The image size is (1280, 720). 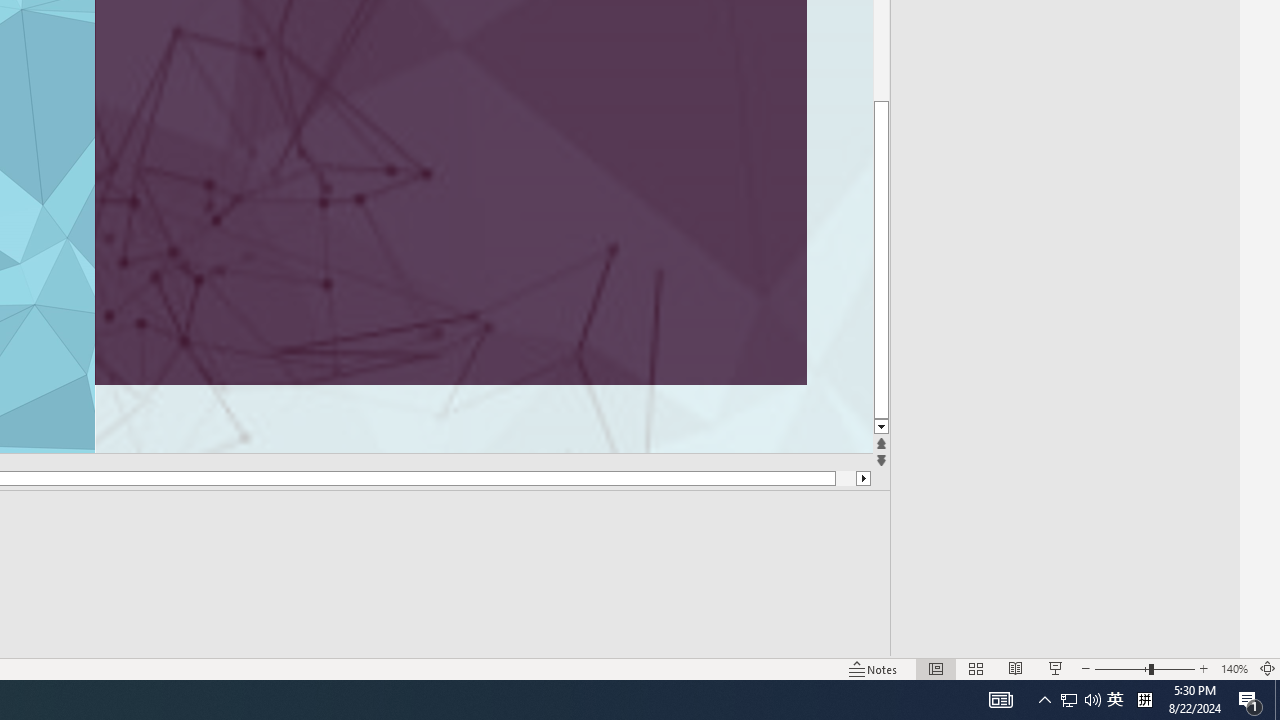 I want to click on 'Zoom 140%', so click(x=1233, y=669).